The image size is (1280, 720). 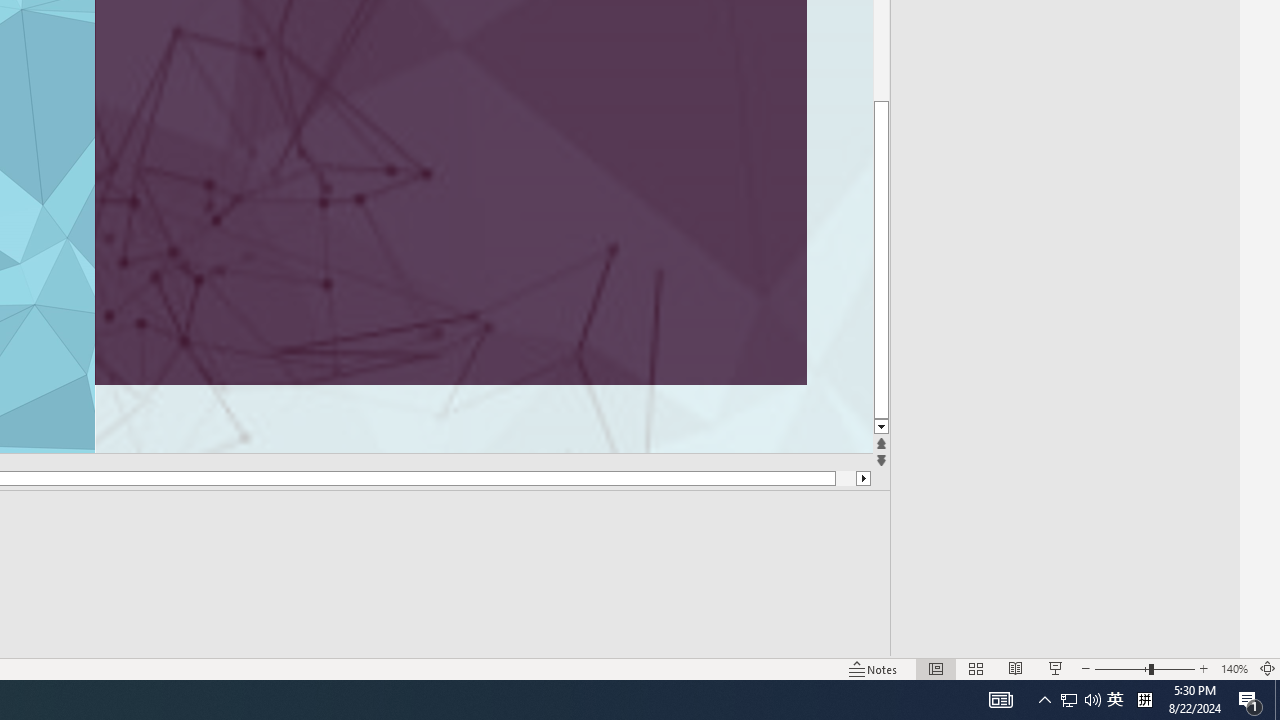 I want to click on 'Zoom 140%', so click(x=1233, y=669).